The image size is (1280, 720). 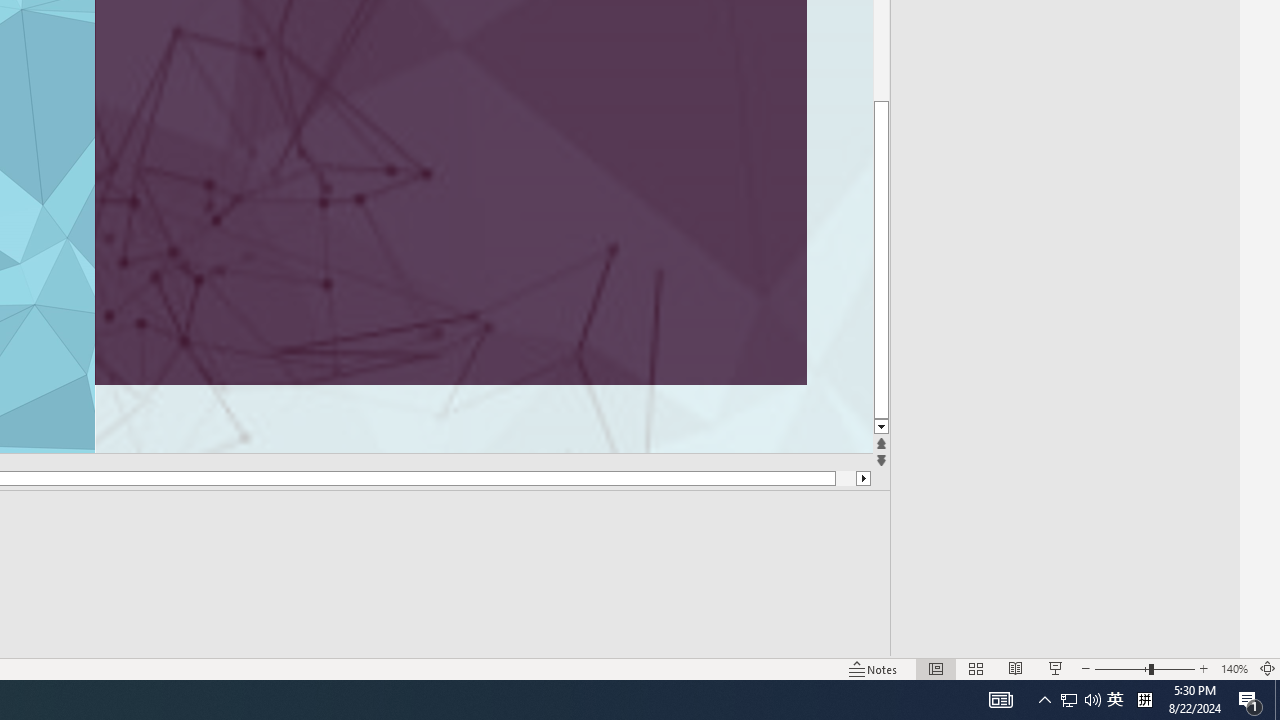 I want to click on 'Zoom 140%', so click(x=1233, y=669).